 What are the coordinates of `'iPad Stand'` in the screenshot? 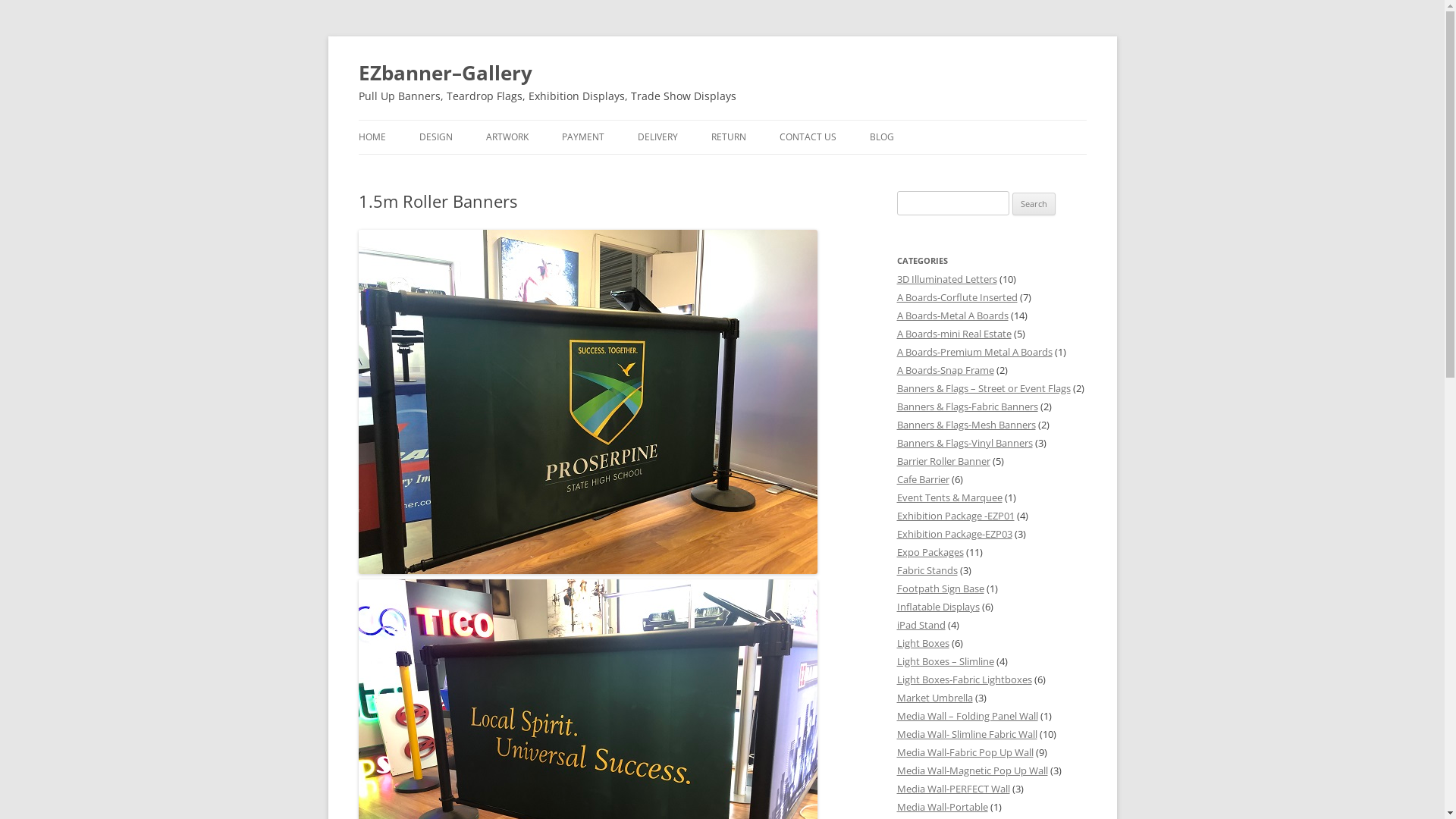 It's located at (920, 625).